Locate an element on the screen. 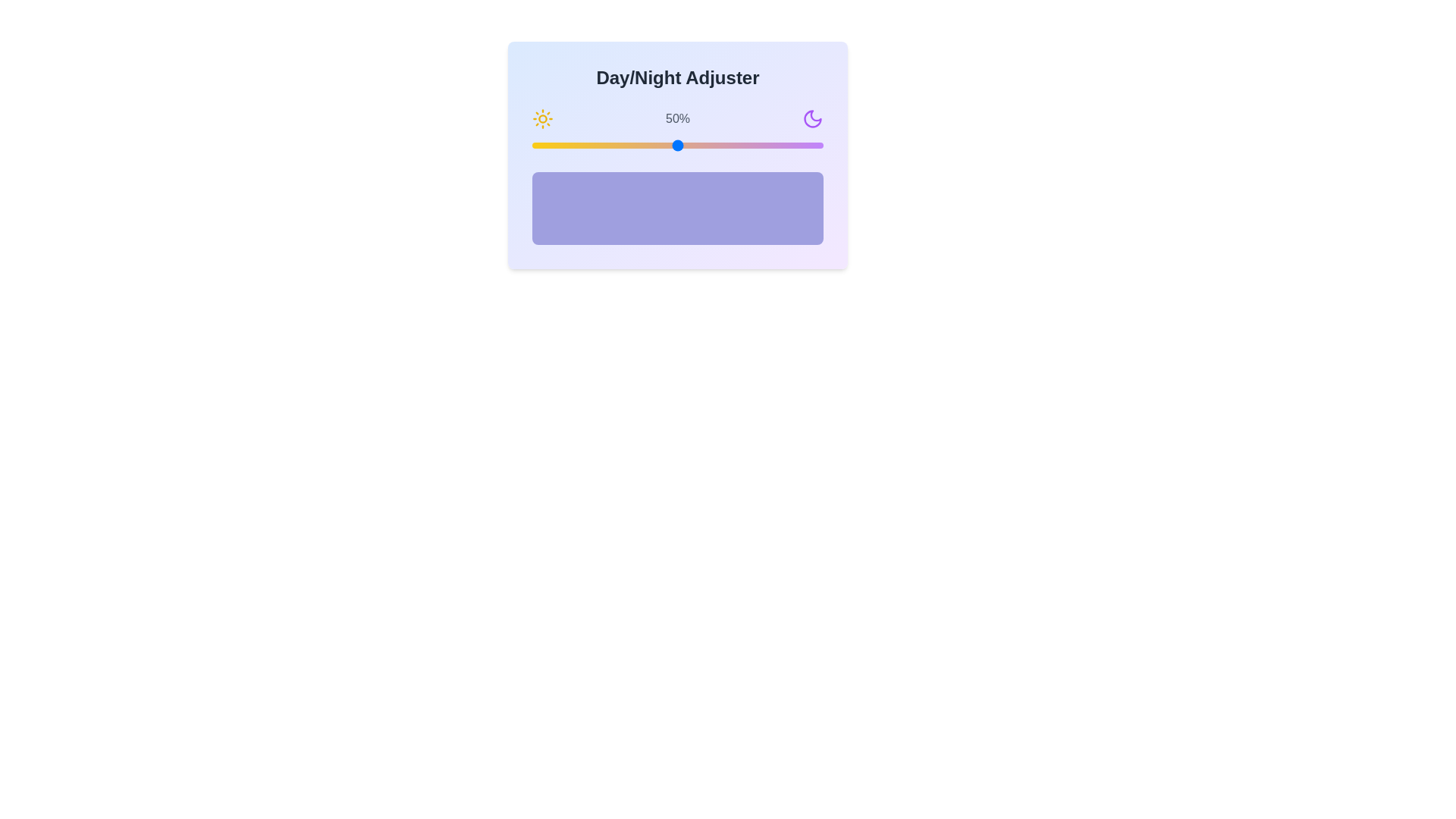 The width and height of the screenshot is (1456, 819). the slider to set the value to 3% is located at coordinates (541, 146).